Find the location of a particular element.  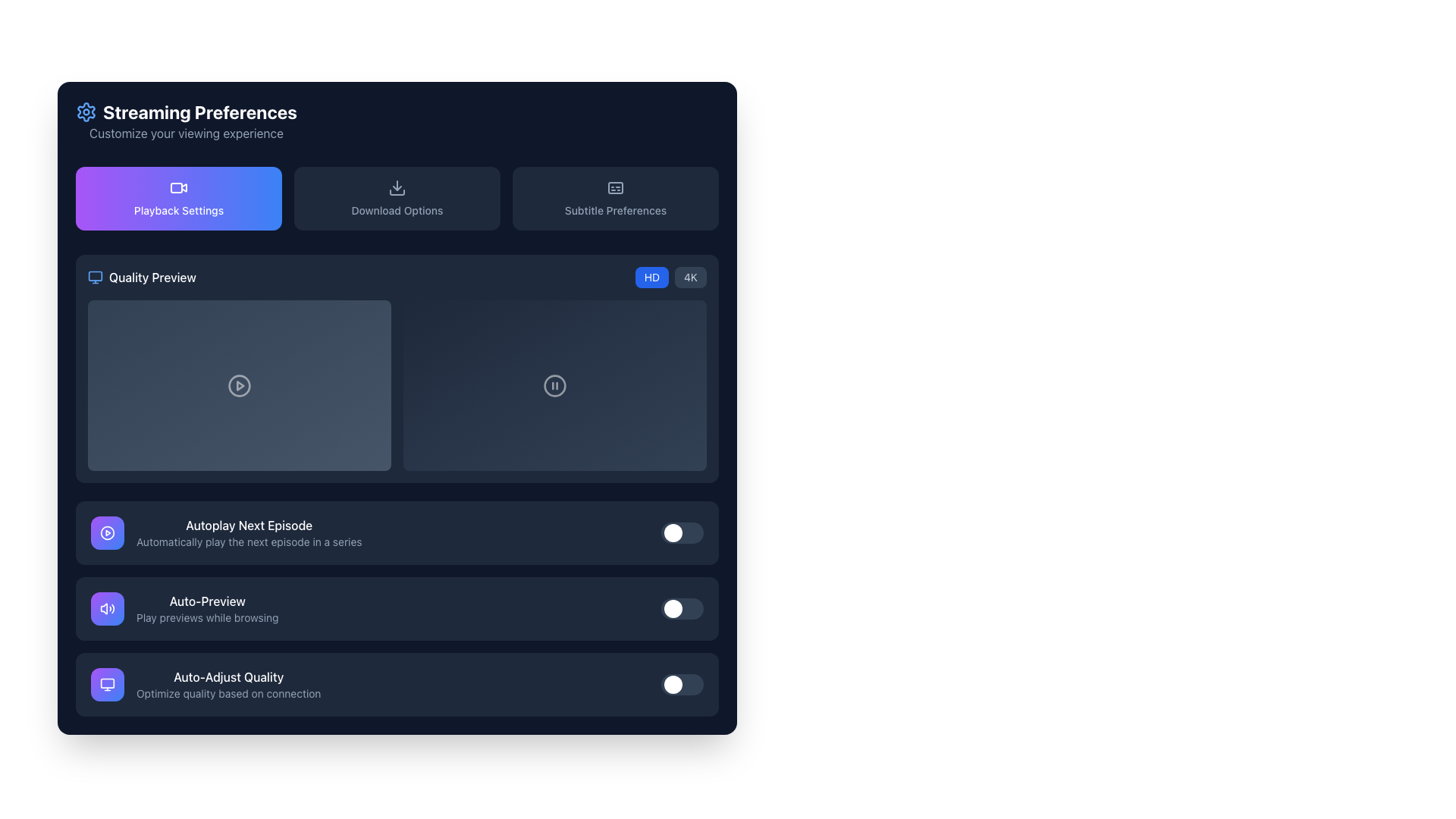

the circular knob of the toggle switch located in the bottom right corner of the 'Auto-Adjust Quality' option row under the 'Streaming Preferences' section is located at coordinates (682, 684).